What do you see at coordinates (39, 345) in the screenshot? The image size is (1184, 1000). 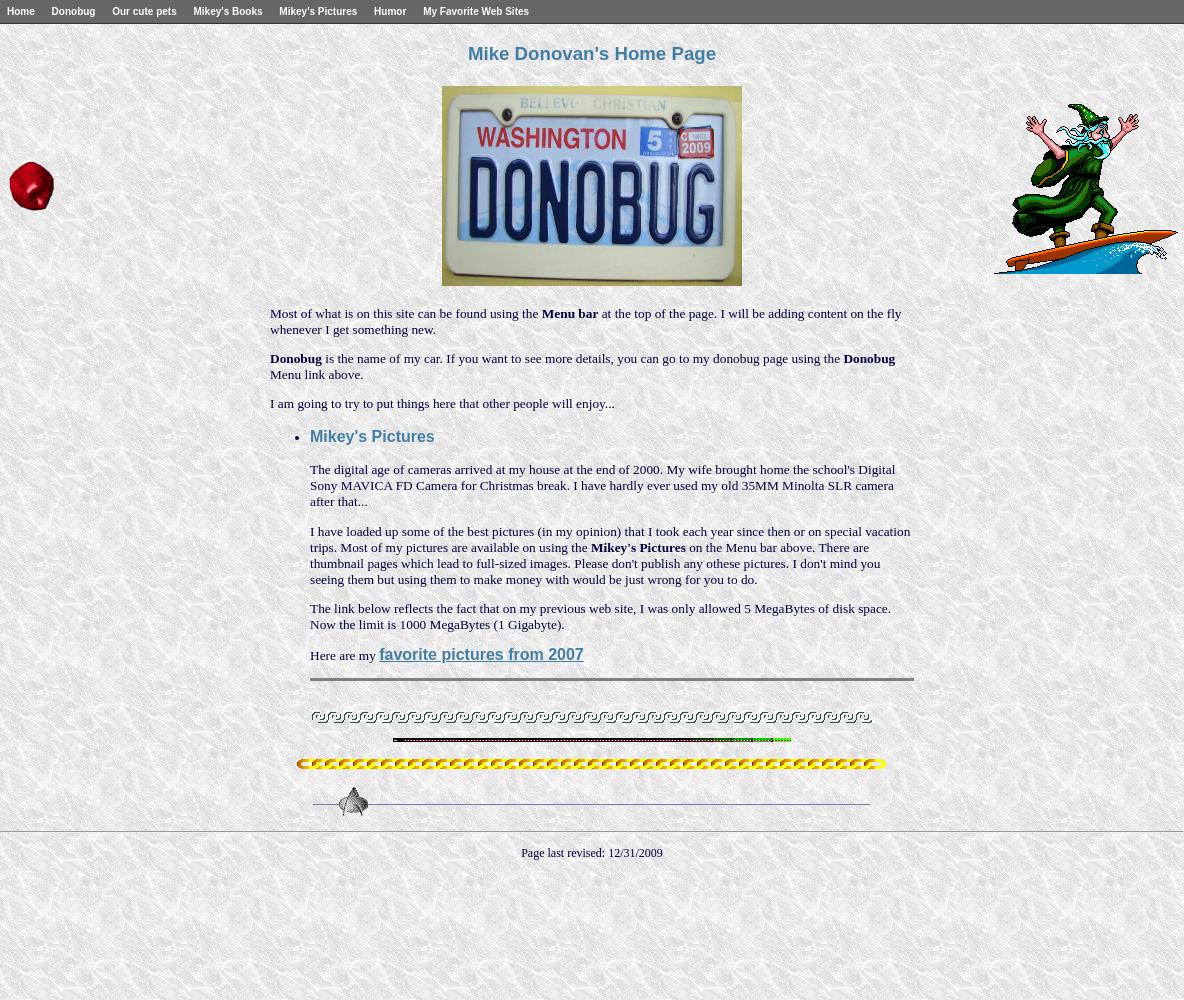 I see `'Best of 2008'` at bounding box center [39, 345].